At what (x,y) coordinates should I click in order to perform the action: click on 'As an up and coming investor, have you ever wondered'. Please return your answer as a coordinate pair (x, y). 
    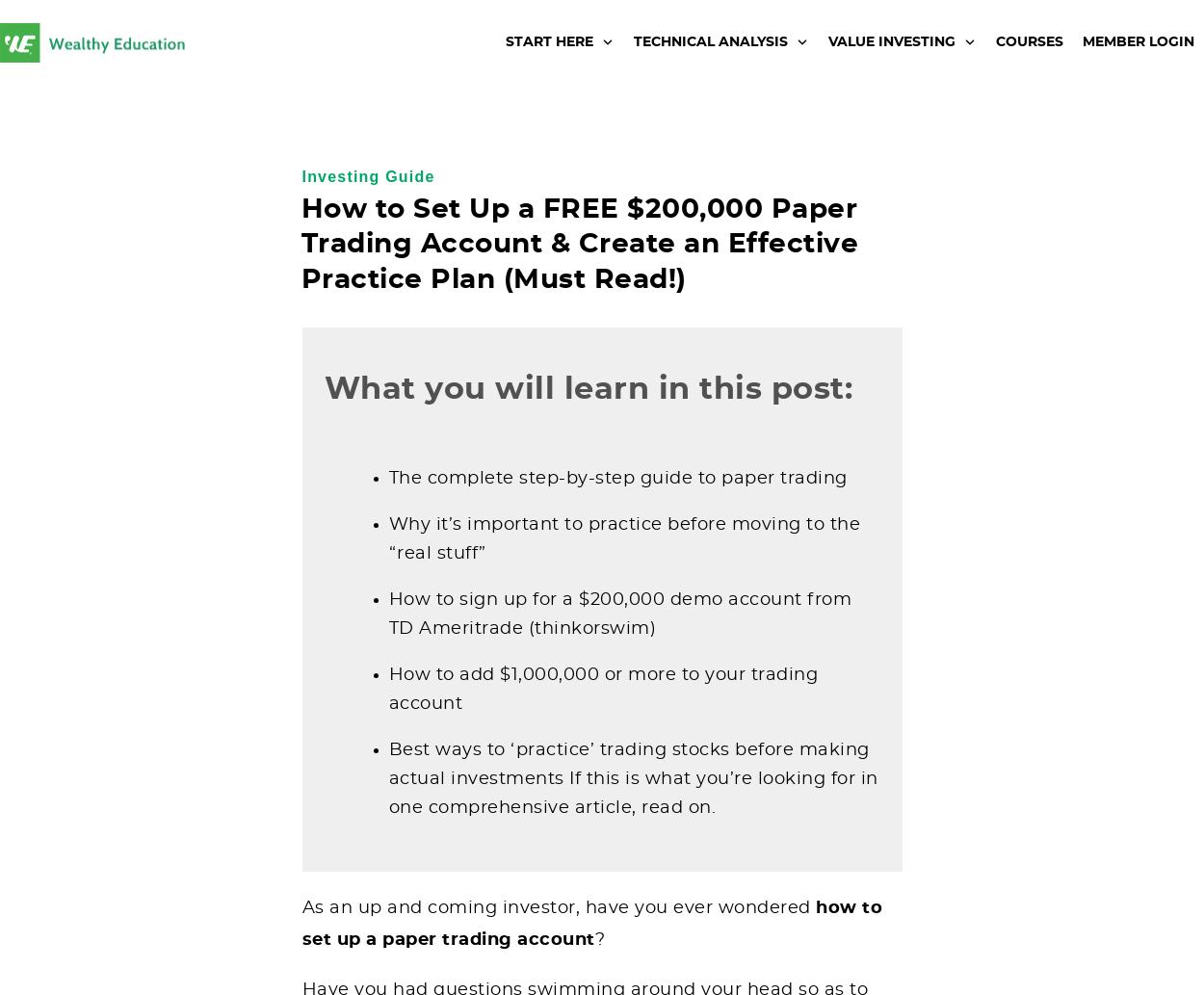
    Looking at the image, I should click on (558, 907).